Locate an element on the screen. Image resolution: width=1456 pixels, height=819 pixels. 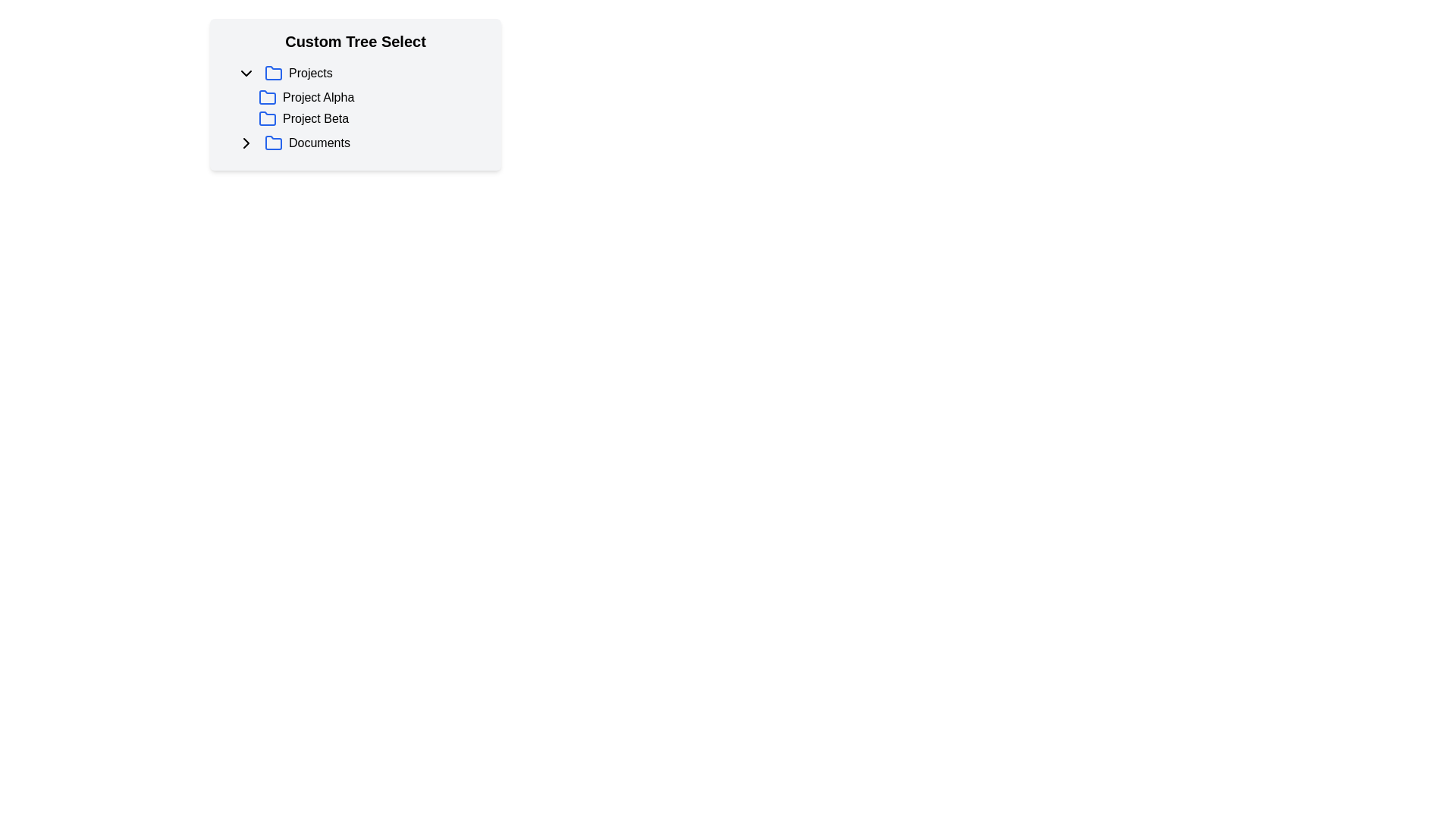
the 'Custom Tree Select' hierarchical tree selector is located at coordinates (355, 94).